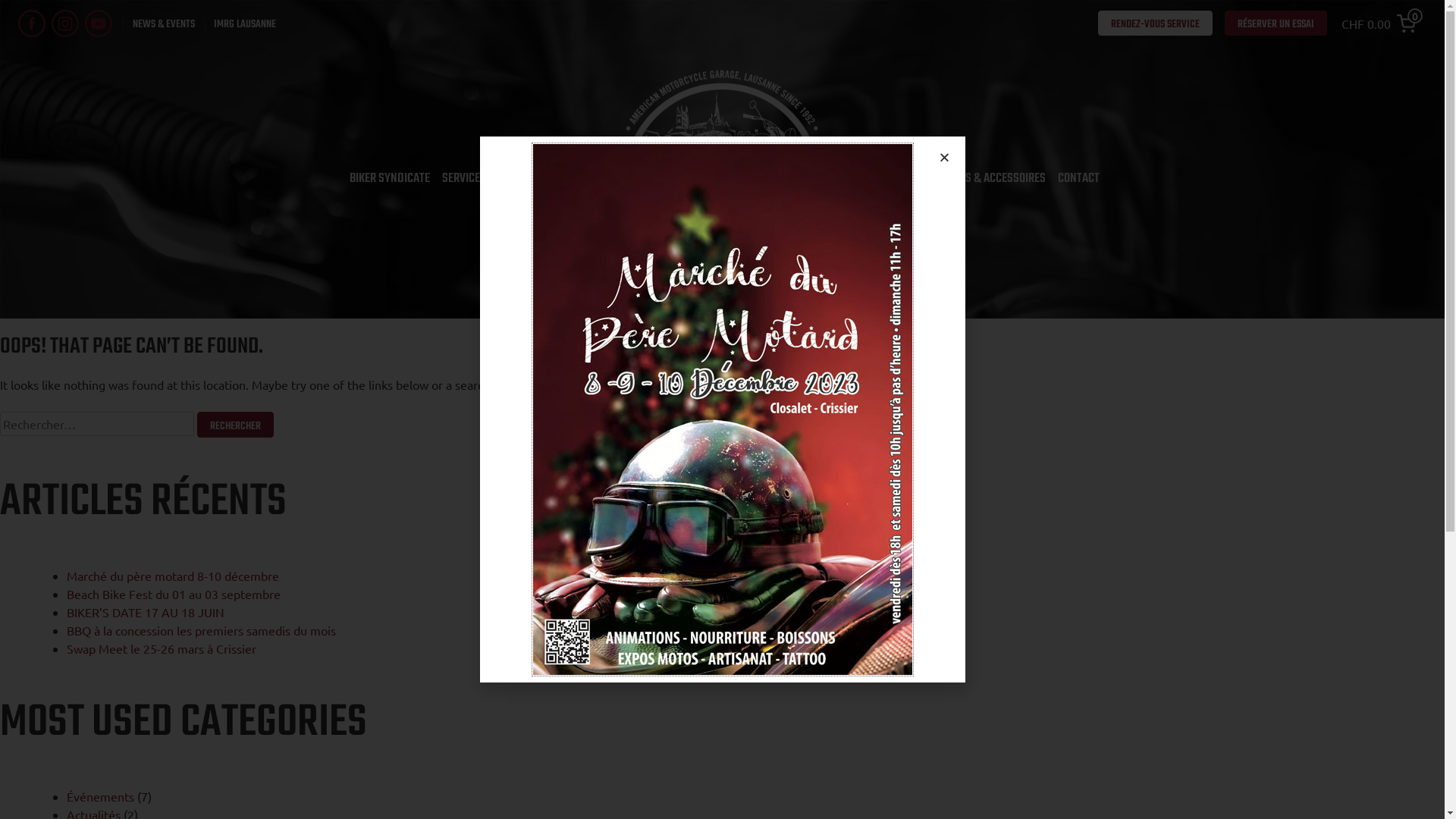 The height and width of the screenshot is (819, 1456). What do you see at coordinates (97, 23) in the screenshot?
I see `'youtube'` at bounding box center [97, 23].